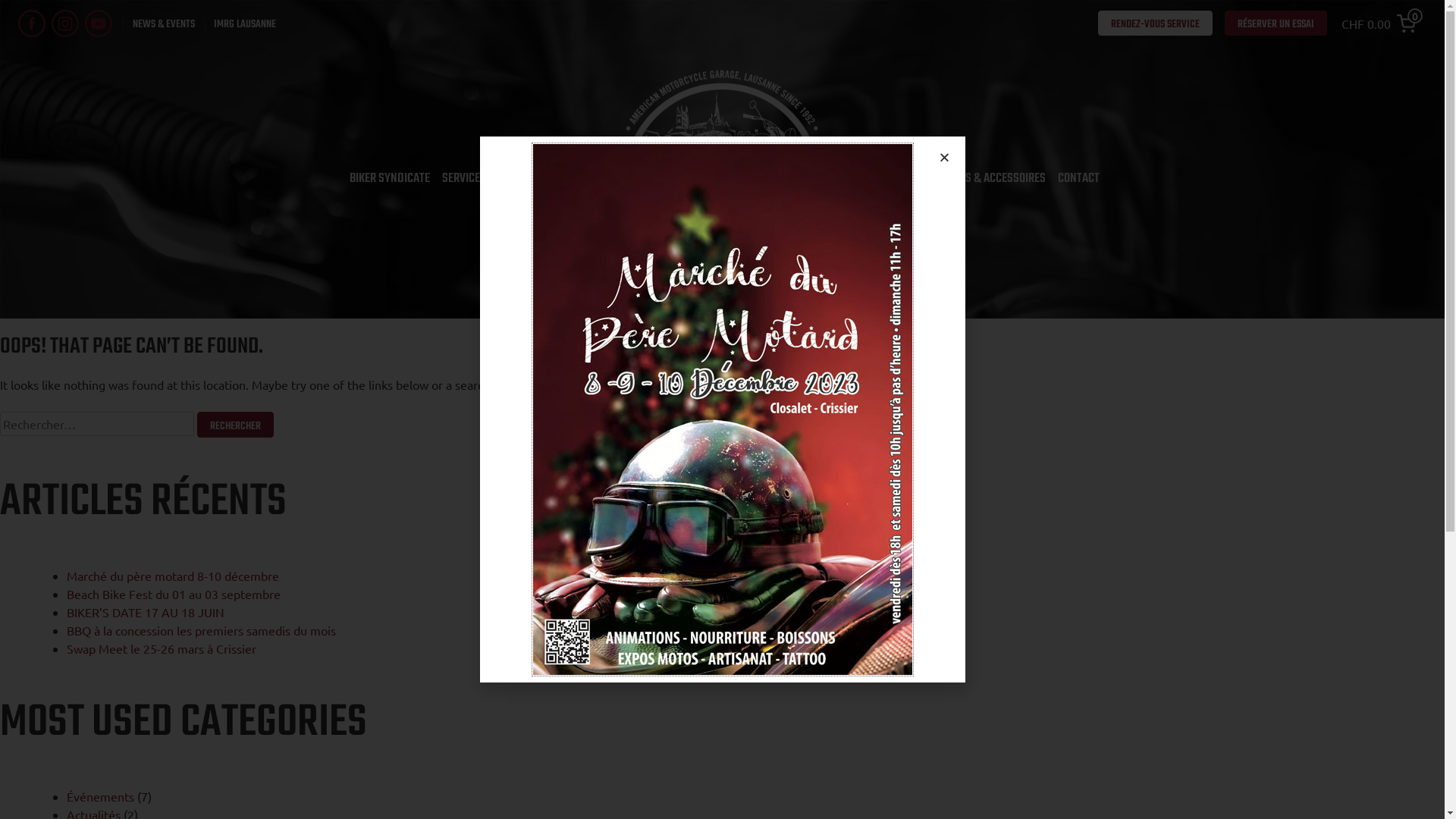 The height and width of the screenshot is (819, 1456). What do you see at coordinates (97, 23) in the screenshot?
I see `'youtube'` at bounding box center [97, 23].